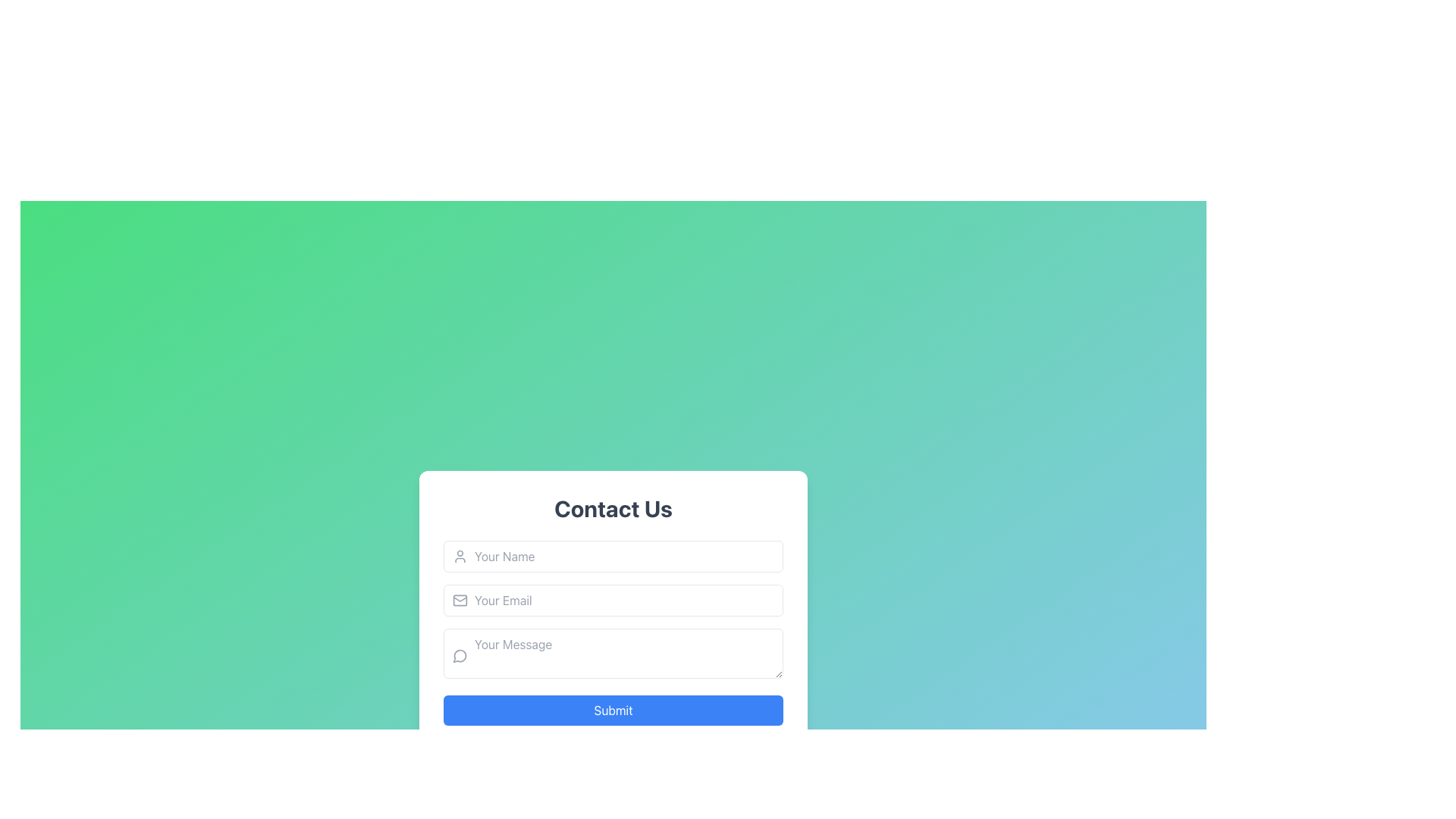 The height and width of the screenshot is (819, 1456). What do you see at coordinates (613, 711) in the screenshot?
I see `the submission button located at the bottom of the 'Contact Us' form` at bounding box center [613, 711].